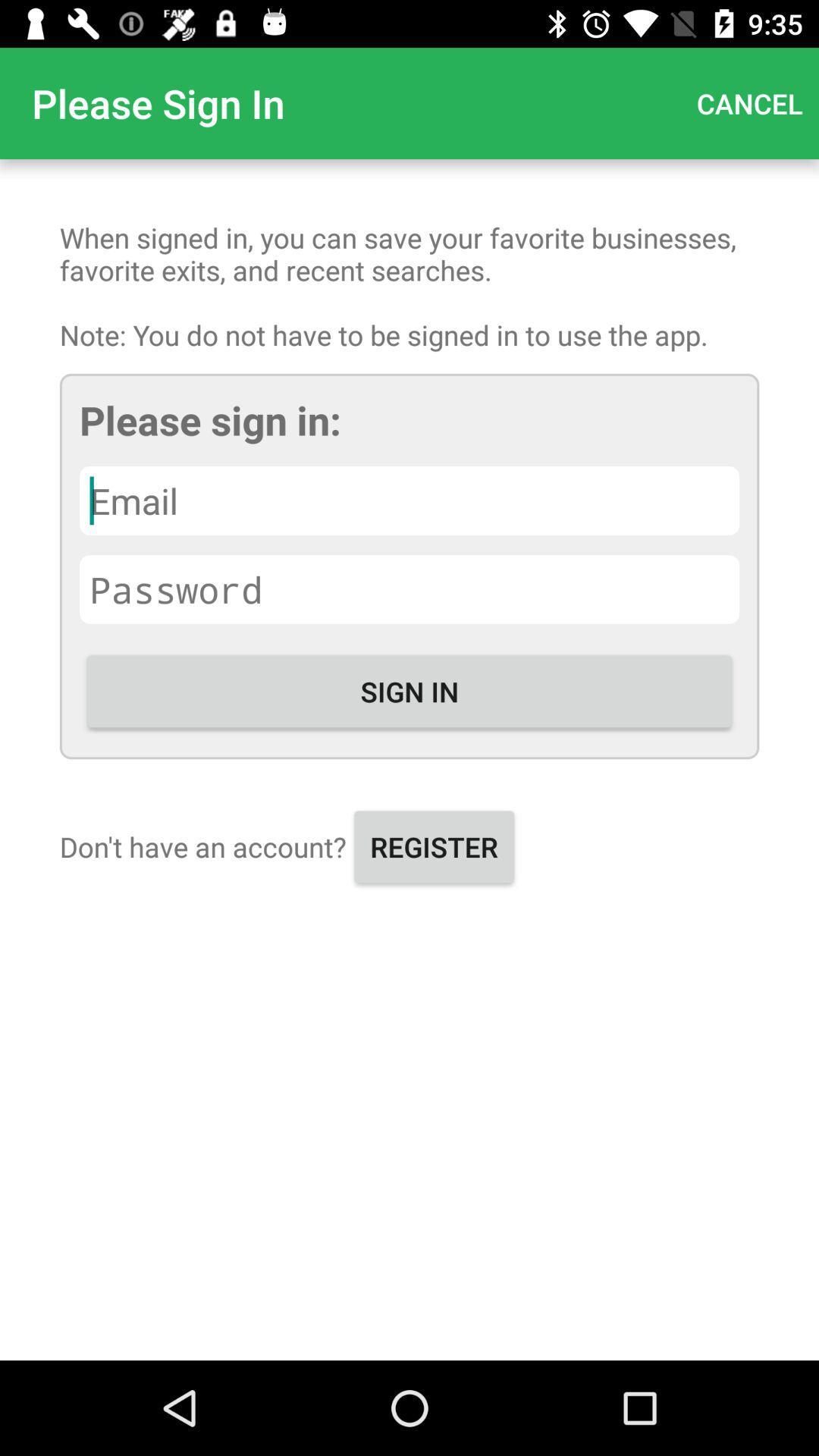 This screenshot has height=1456, width=819. Describe the element at coordinates (434, 846) in the screenshot. I see `item next to the don t have item` at that location.